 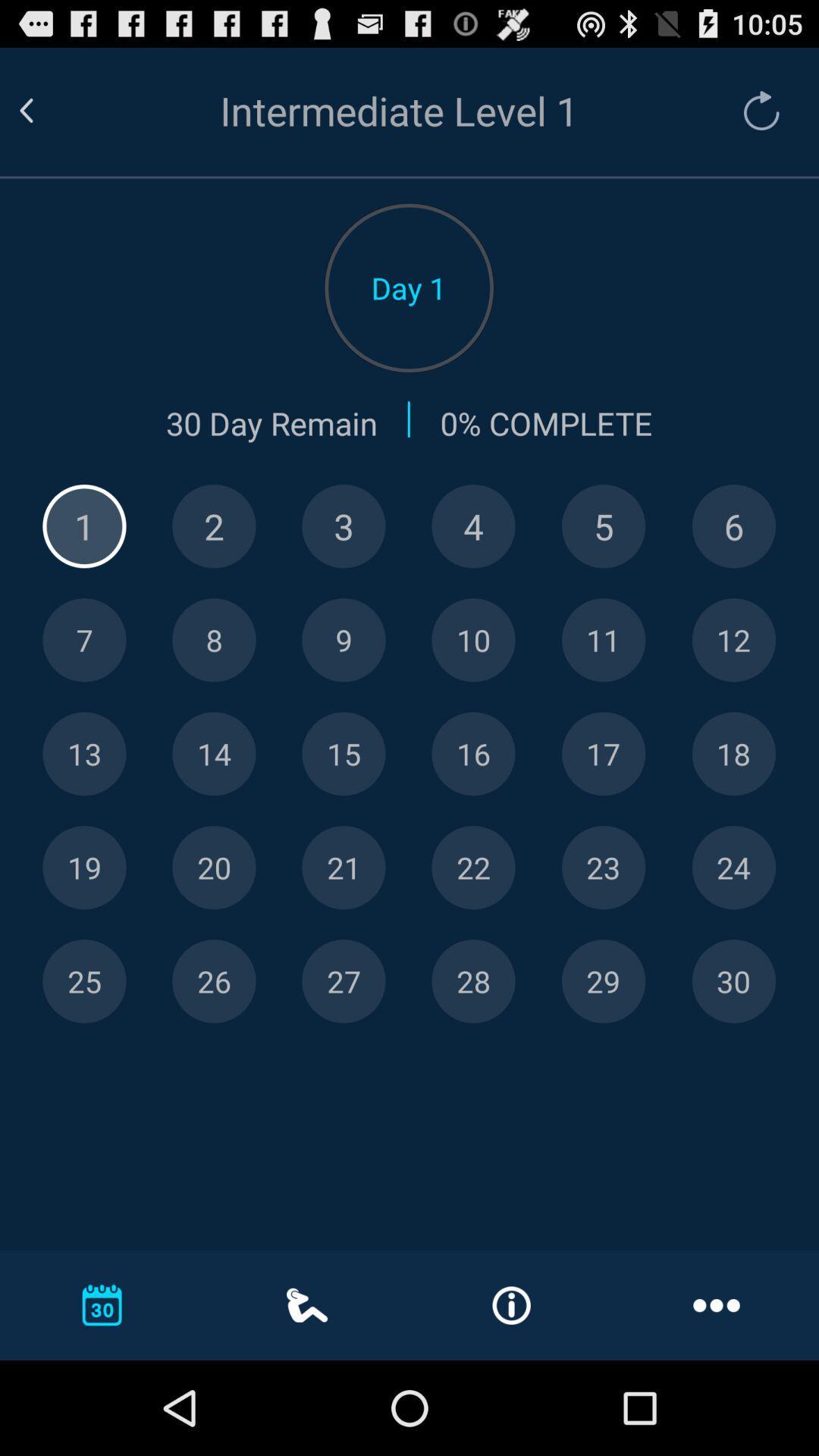 What do you see at coordinates (603, 754) in the screenshot?
I see `day 17` at bounding box center [603, 754].